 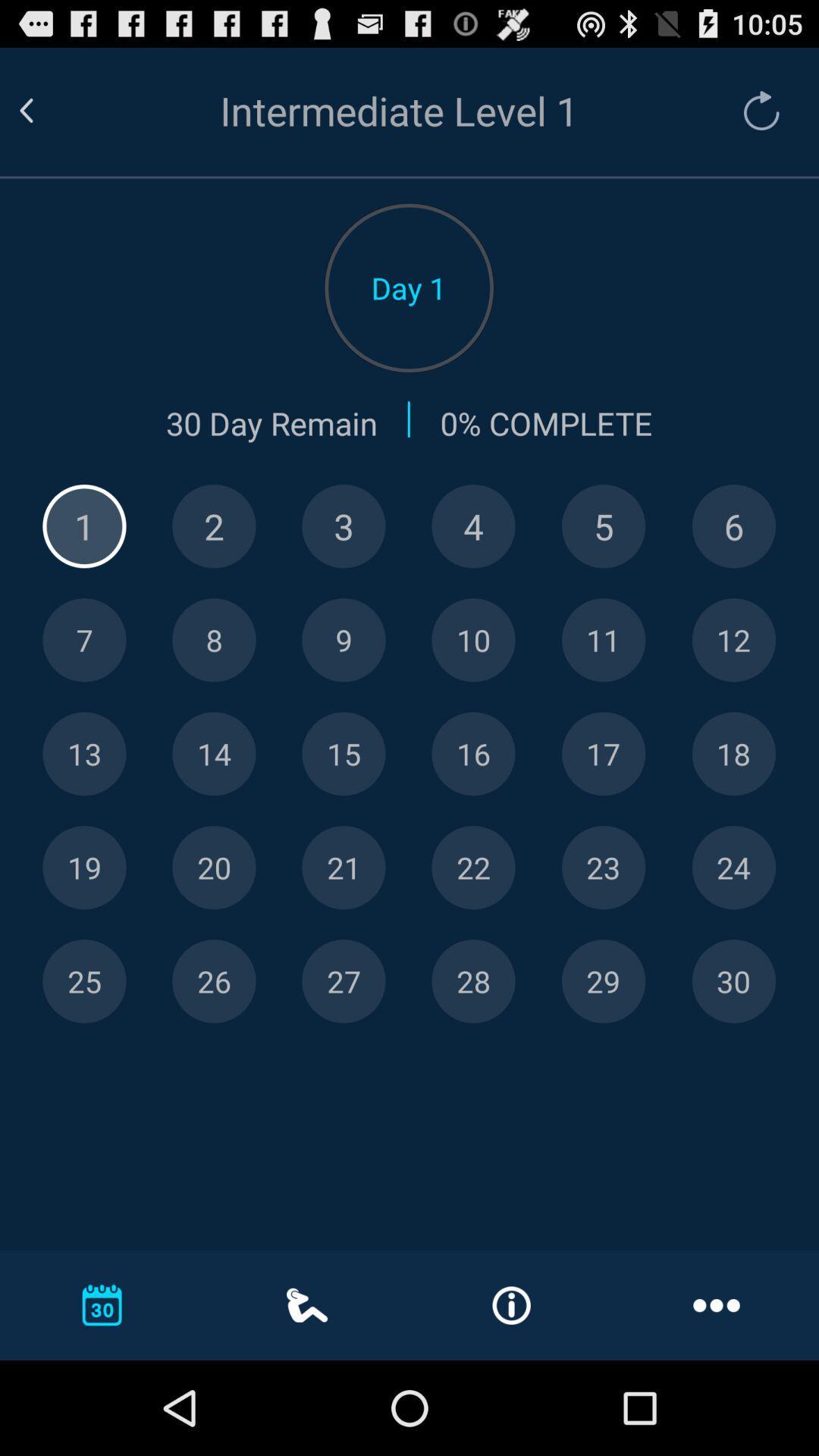 What do you see at coordinates (603, 754) in the screenshot?
I see `day 17` at bounding box center [603, 754].